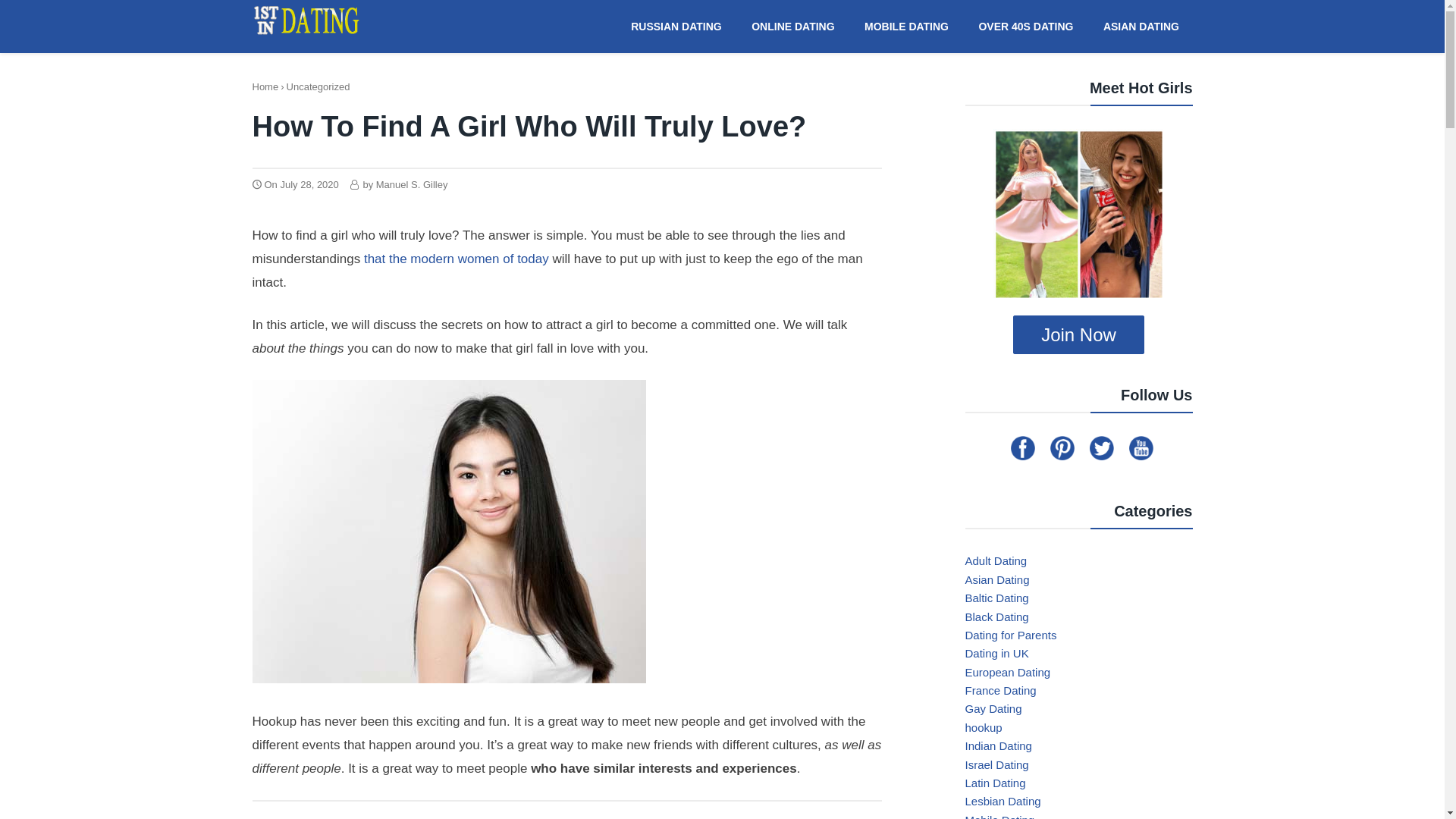 Image resolution: width=1456 pixels, height=819 pixels. Describe the element at coordinates (994, 783) in the screenshot. I see `'Latin Dating'` at that location.